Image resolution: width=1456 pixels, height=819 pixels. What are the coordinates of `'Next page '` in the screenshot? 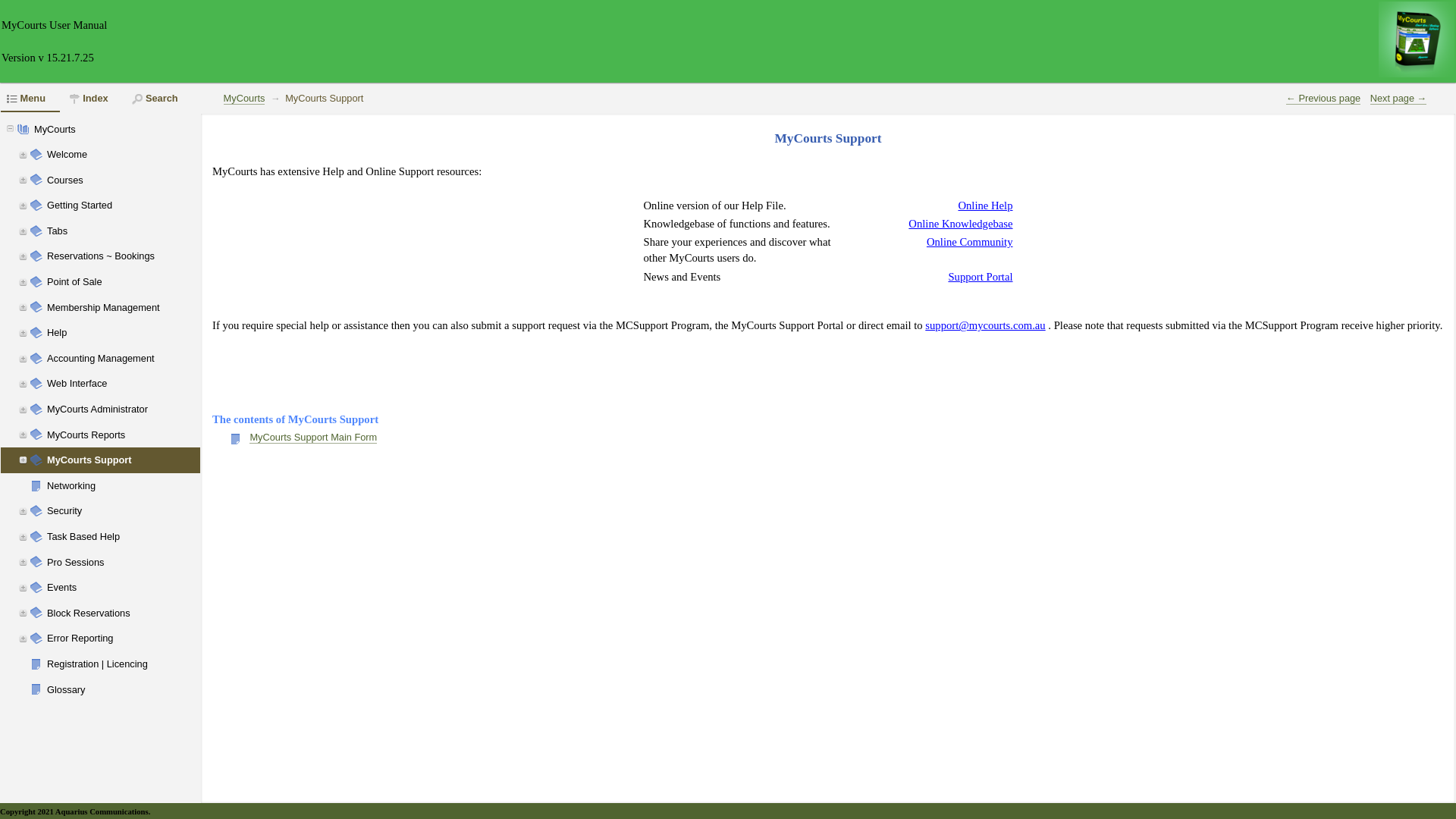 It's located at (1370, 99).